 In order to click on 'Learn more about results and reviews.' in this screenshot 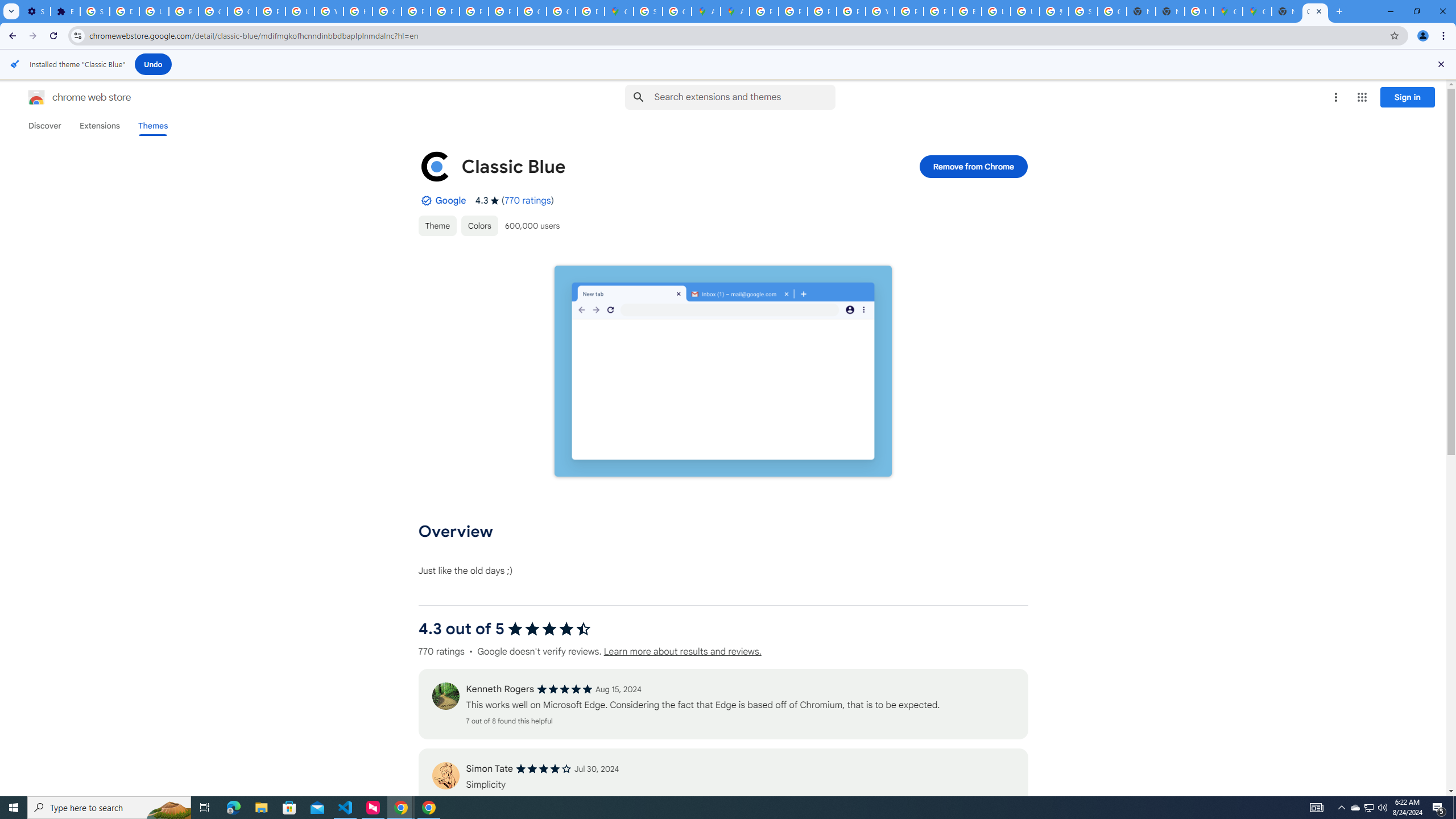, I will do `click(681, 651)`.